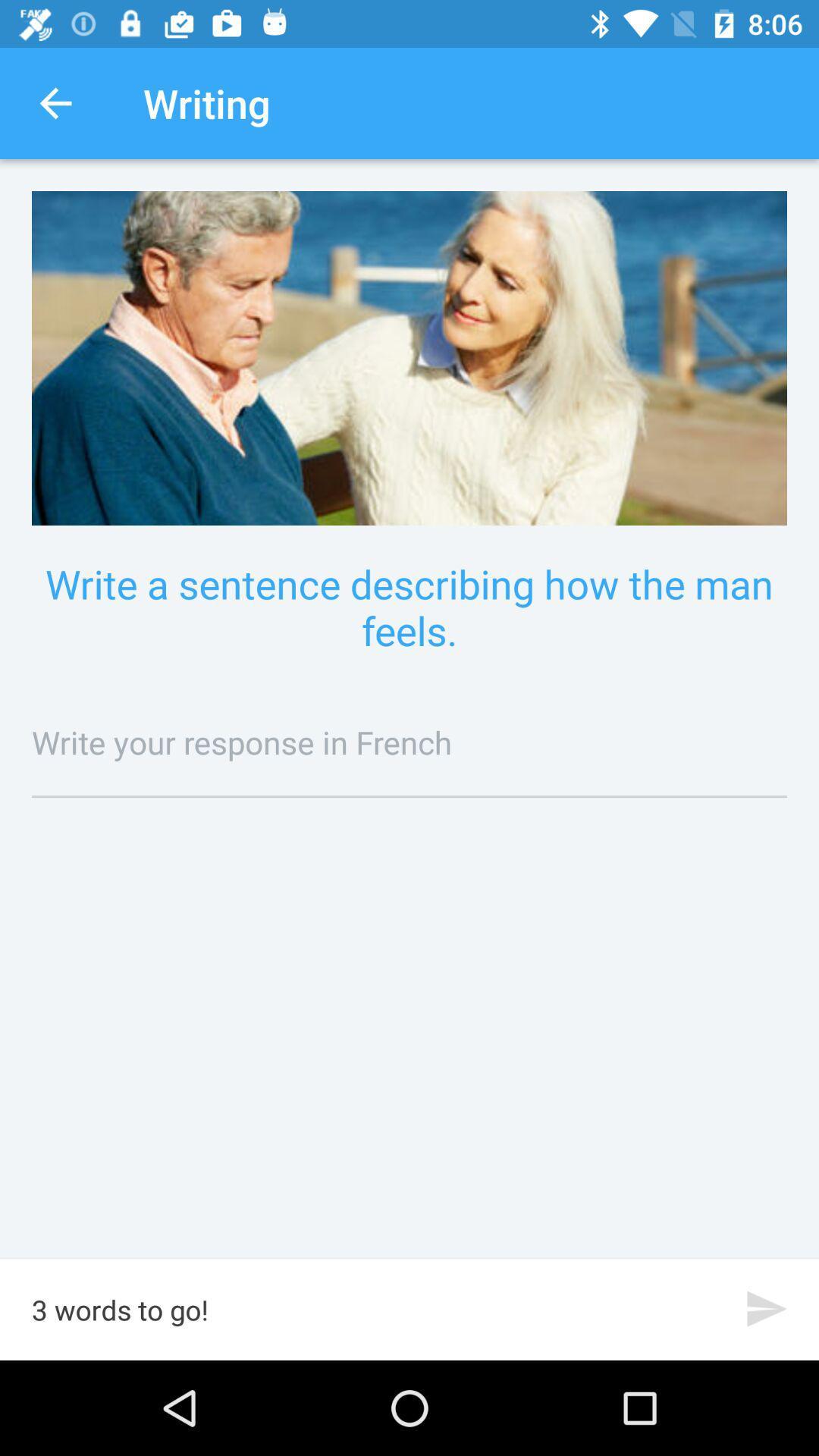  Describe the element at coordinates (767, 1308) in the screenshot. I see `the send icon` at that location.